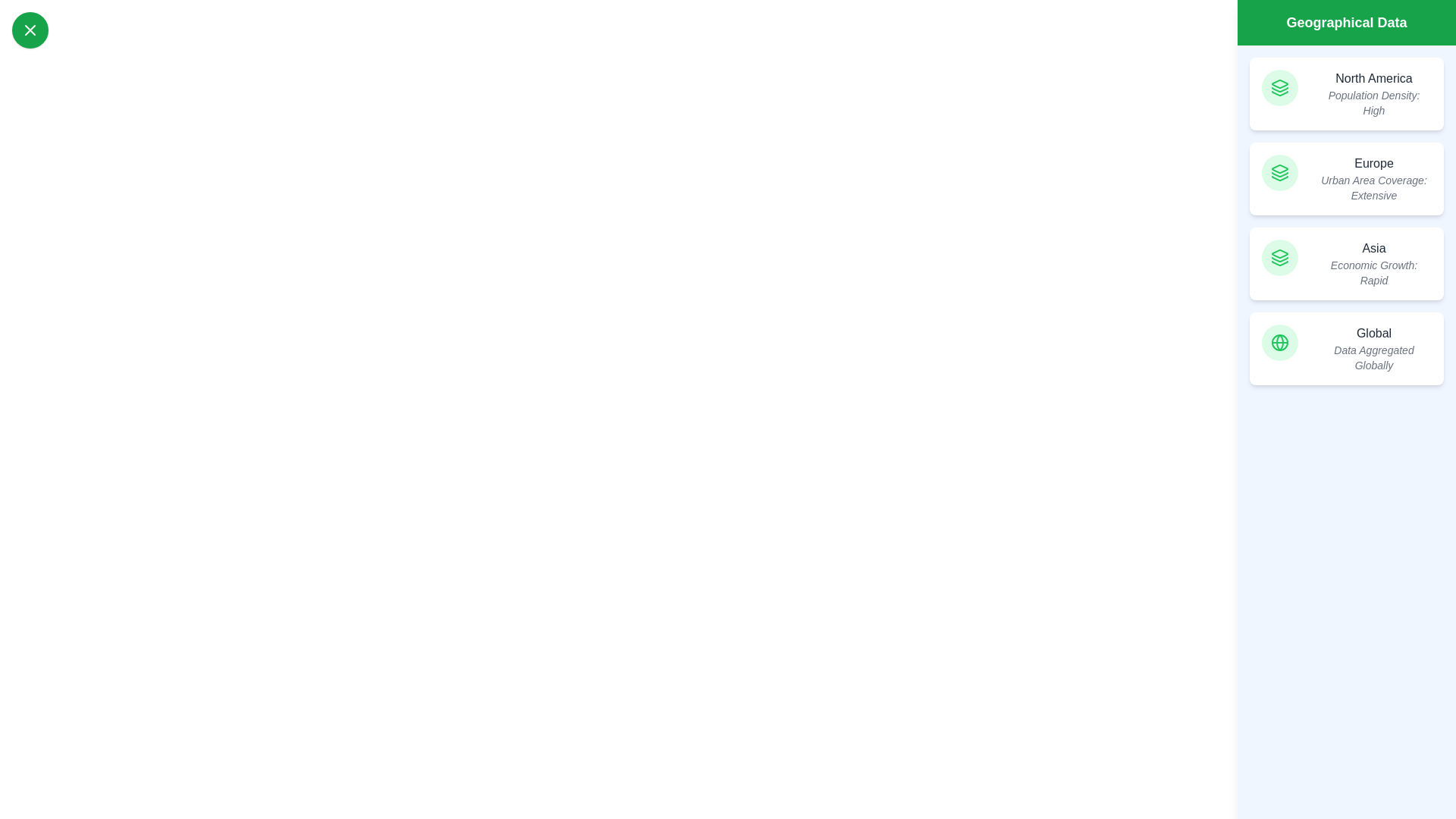  I want to click on the region North America to view its details, so click(1347, 93).